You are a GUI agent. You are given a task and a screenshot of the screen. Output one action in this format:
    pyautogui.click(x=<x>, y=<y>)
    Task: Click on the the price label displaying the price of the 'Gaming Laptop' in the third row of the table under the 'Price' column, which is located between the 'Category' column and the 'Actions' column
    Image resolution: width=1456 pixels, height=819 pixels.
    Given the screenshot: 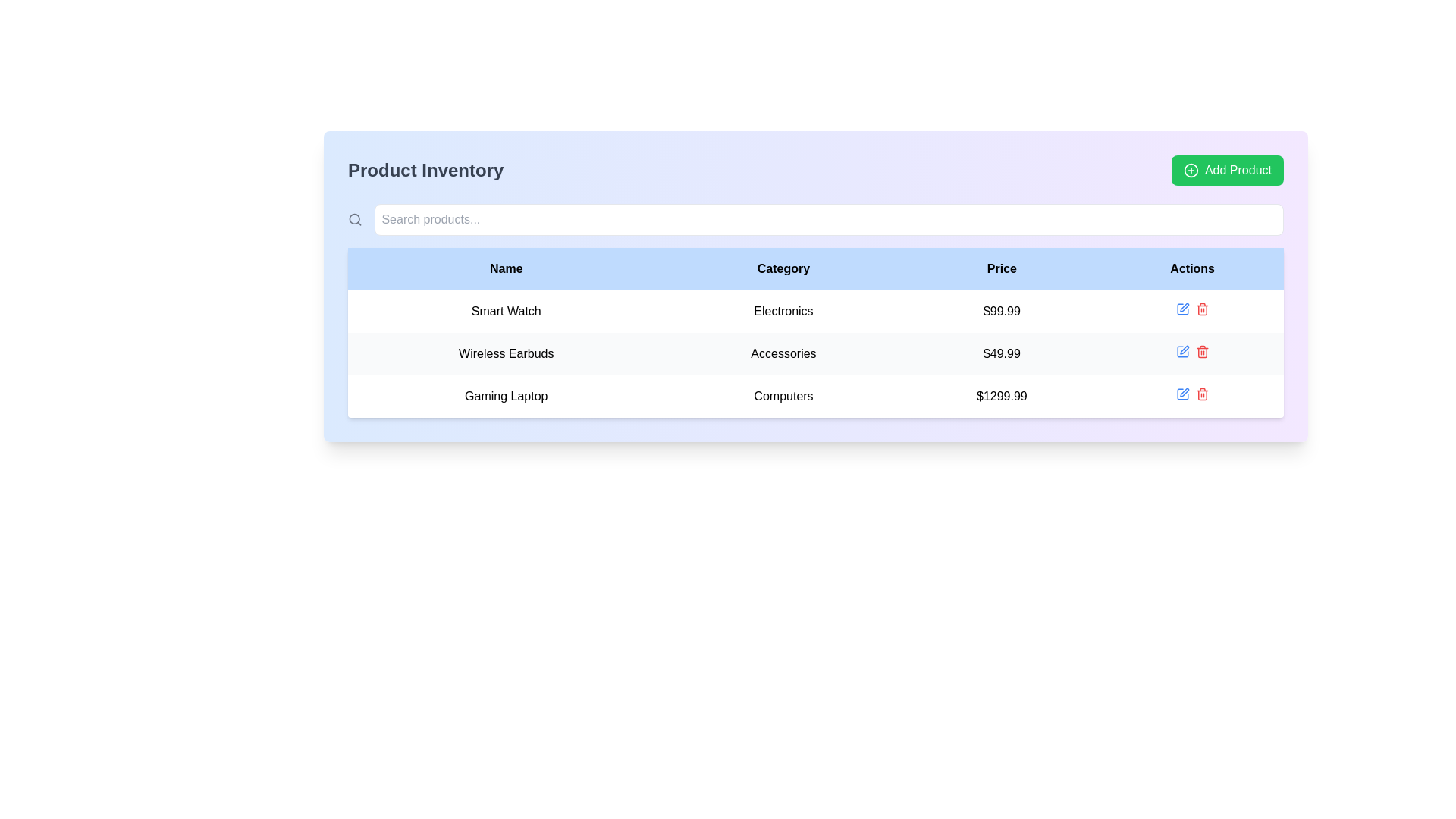 What is the action you would take?
    pyautogui.click(x=1002, y=396)
    